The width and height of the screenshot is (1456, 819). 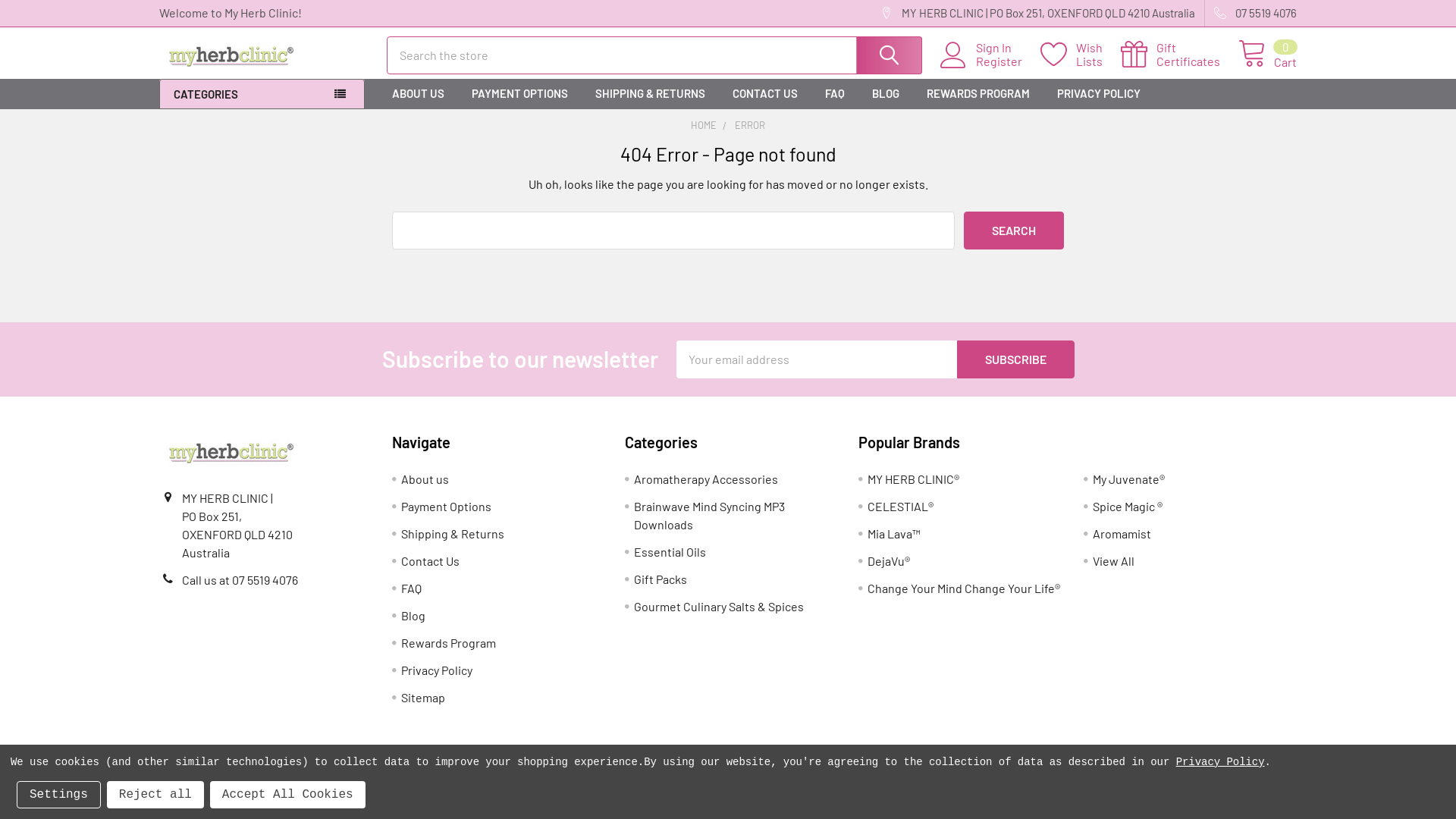 I want to click on 'About us', so click(x=425, y=479).